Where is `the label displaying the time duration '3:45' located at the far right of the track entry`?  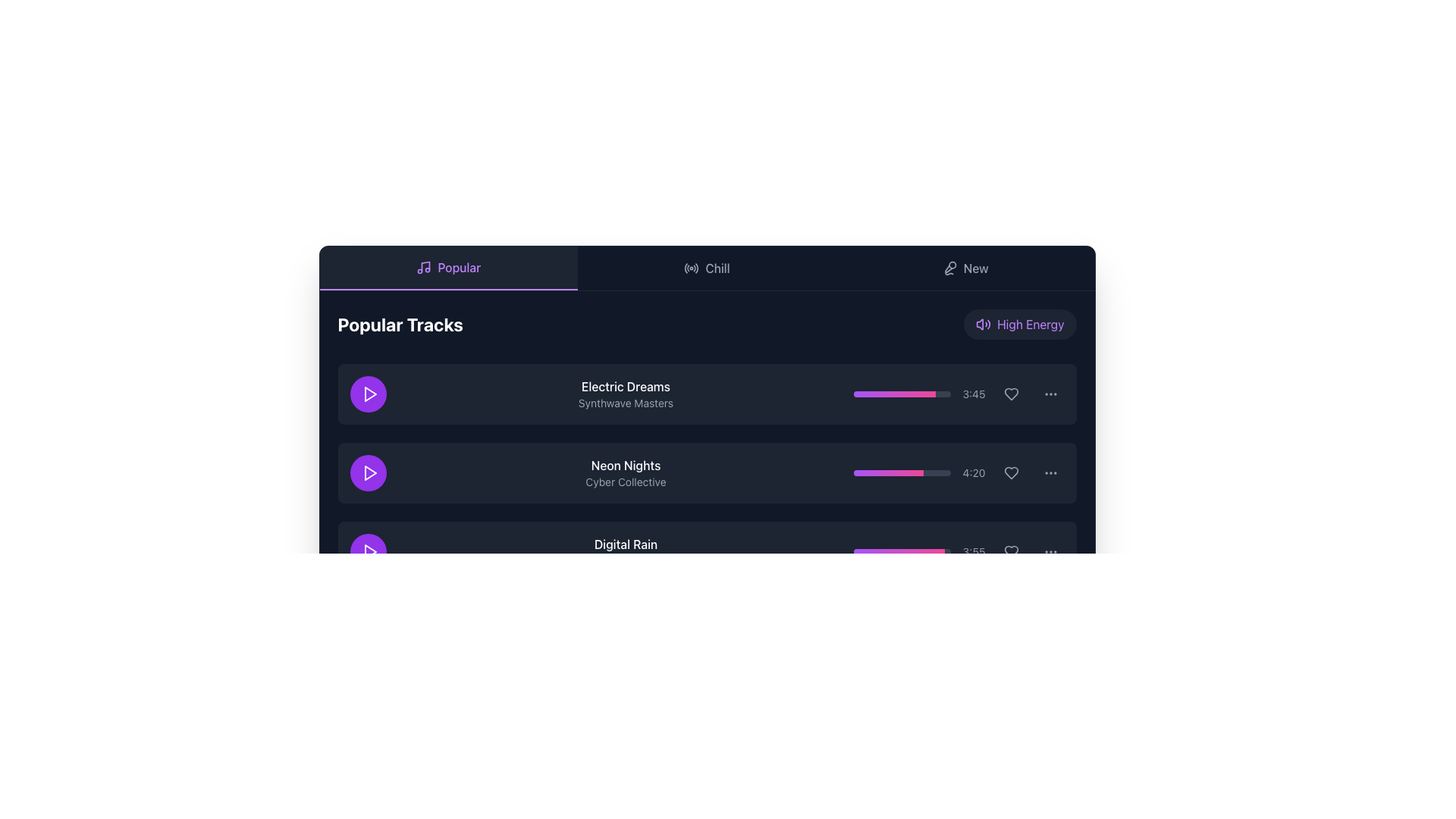 the label displaying the time duration '3:45' located at the far right of the track entry is located at coordinates (974, 394).